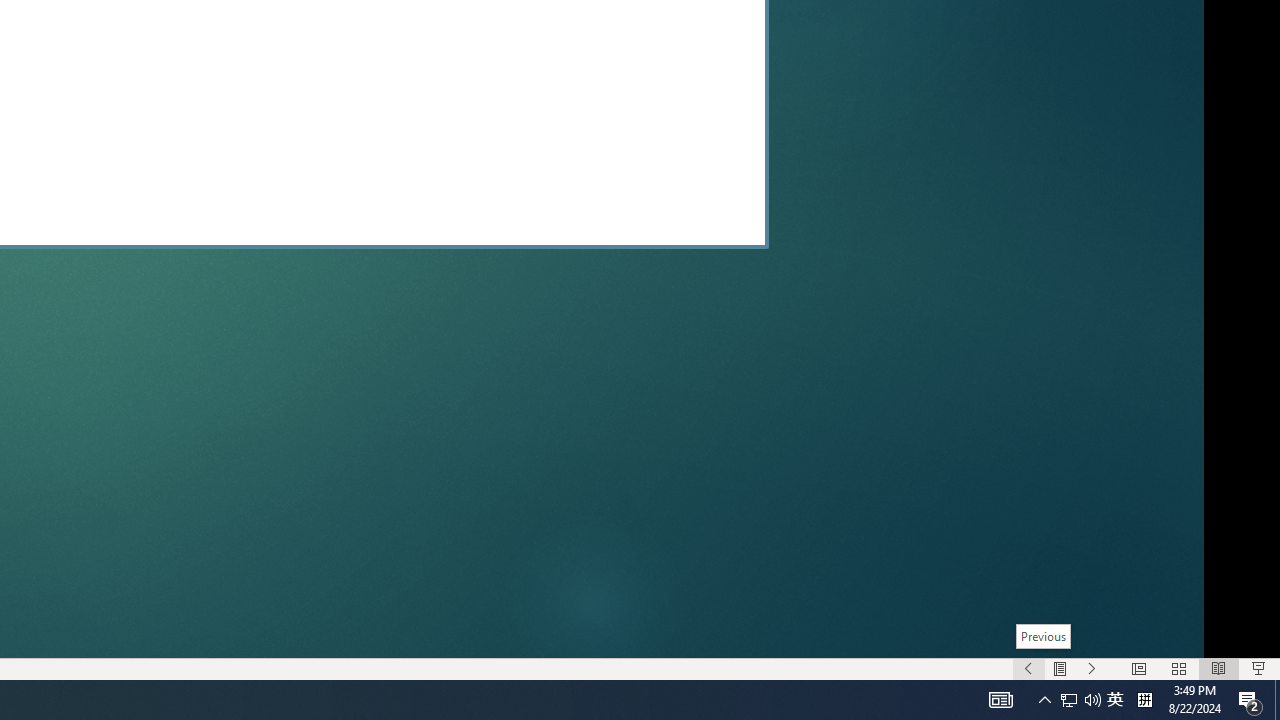 The image size is (1280, 720). I want to click on 'Previous', so click(1042, 636).